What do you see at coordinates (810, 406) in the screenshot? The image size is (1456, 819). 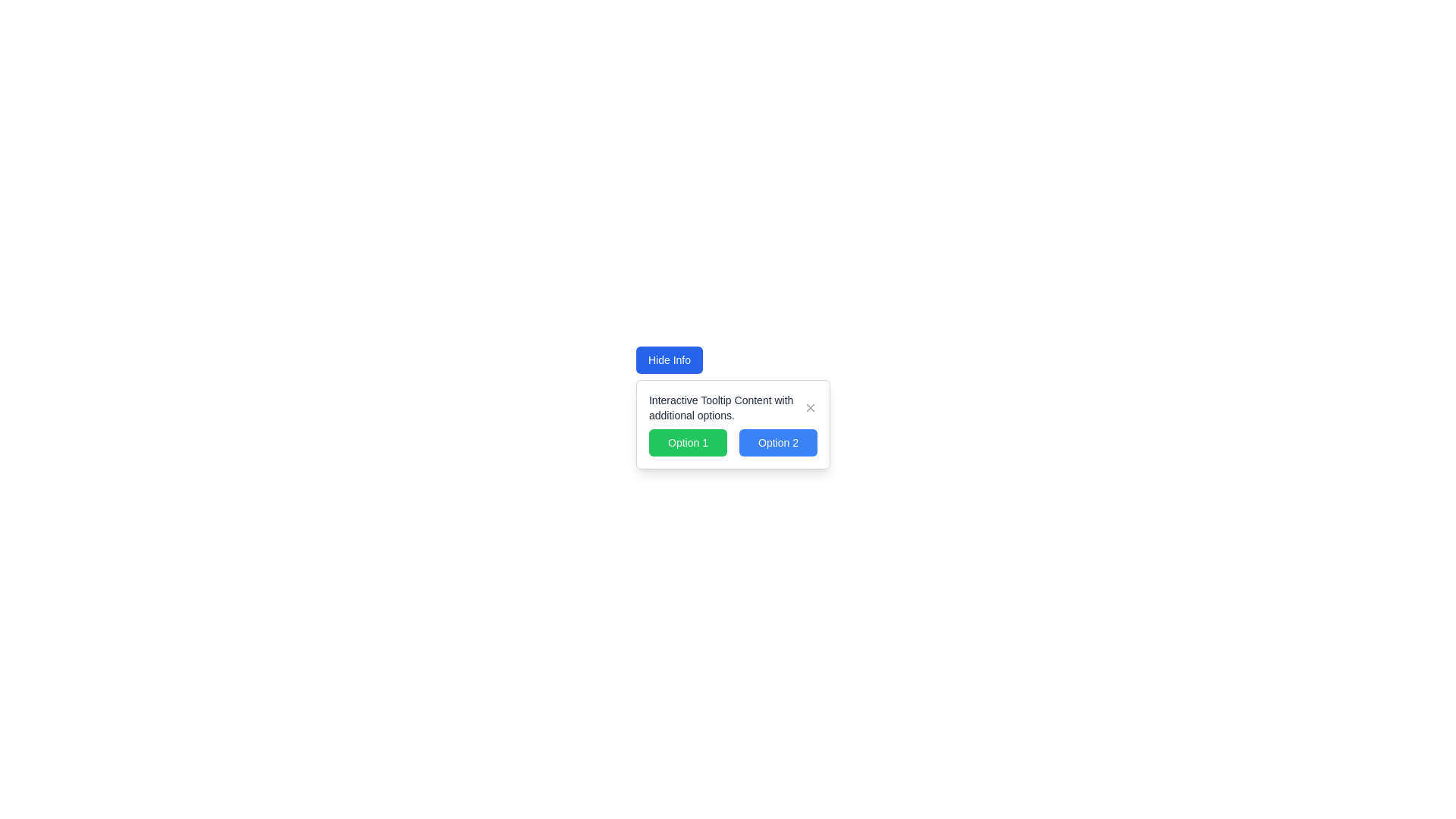 I see `the close icon (SVG Graphic) located at the top-right of the white content box` at bounding box center [810, 406].